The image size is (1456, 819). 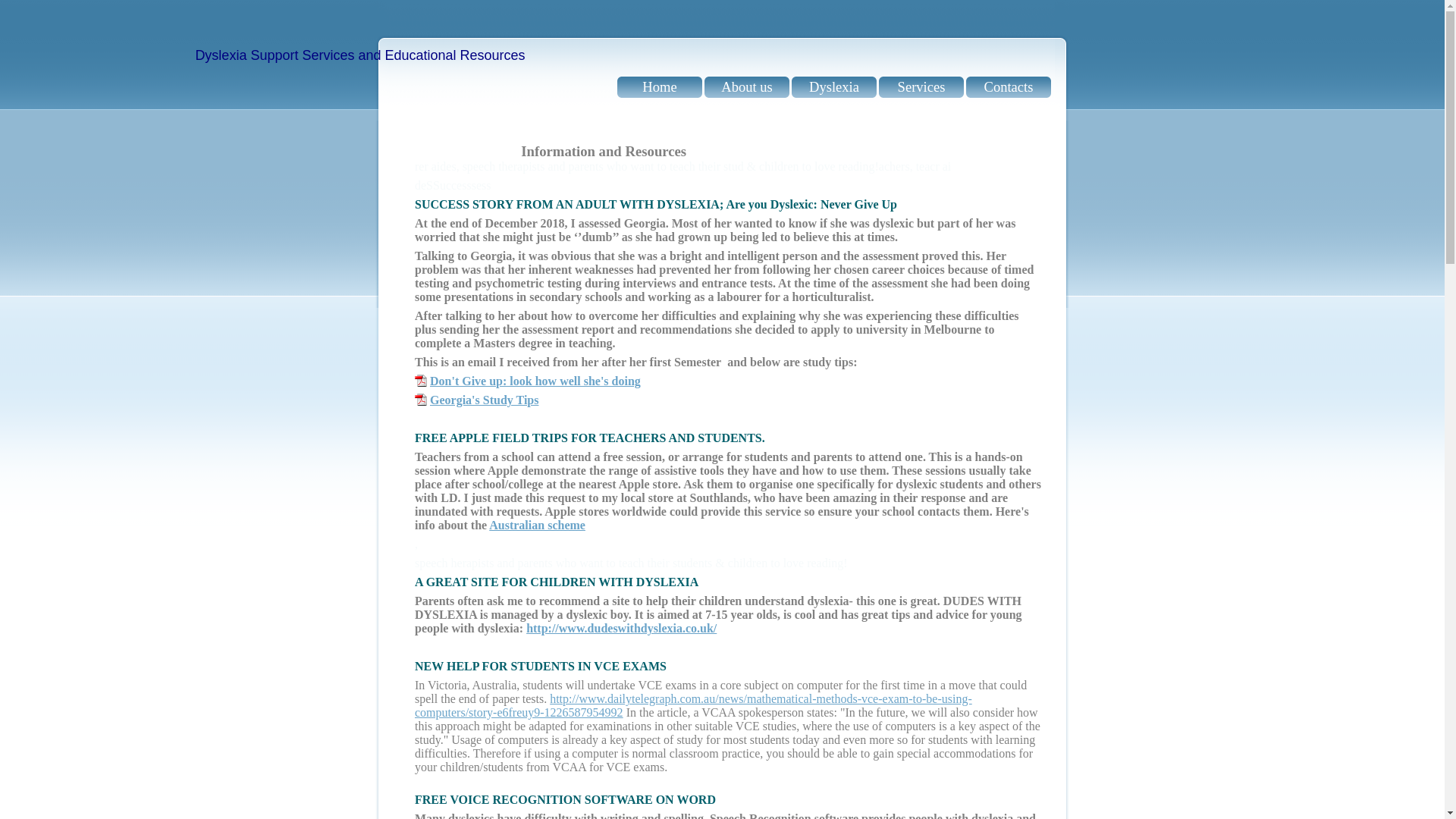 I want to click on 'Home', so click(x=659, y=87).